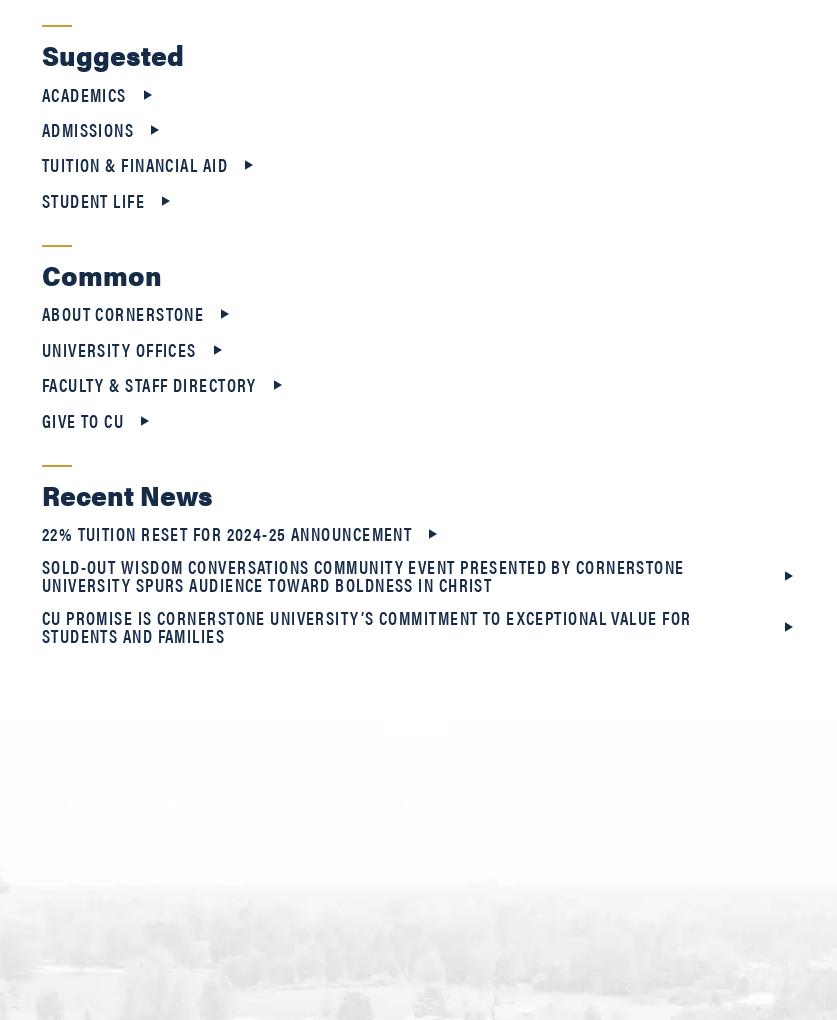  Describe the element at coordinates (147, 384) in the screenshot. I see `'Faculty & Staff Directory'` at that location.